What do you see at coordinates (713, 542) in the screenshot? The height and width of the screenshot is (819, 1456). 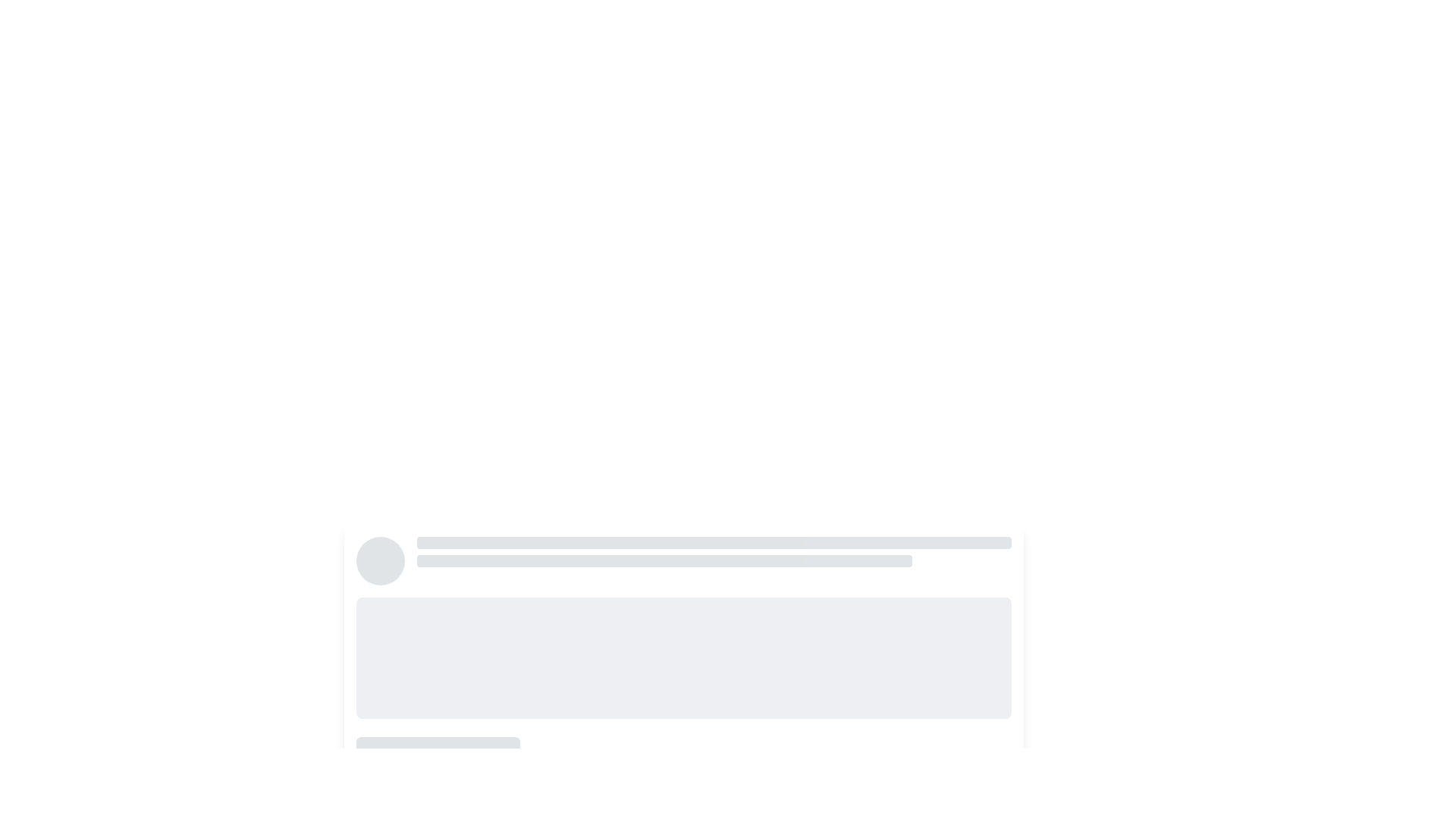 I see `the first placeholder or skeleton loader element that indicates content loading, positioned above another similar placeholder` at bounding box center [713, 542].